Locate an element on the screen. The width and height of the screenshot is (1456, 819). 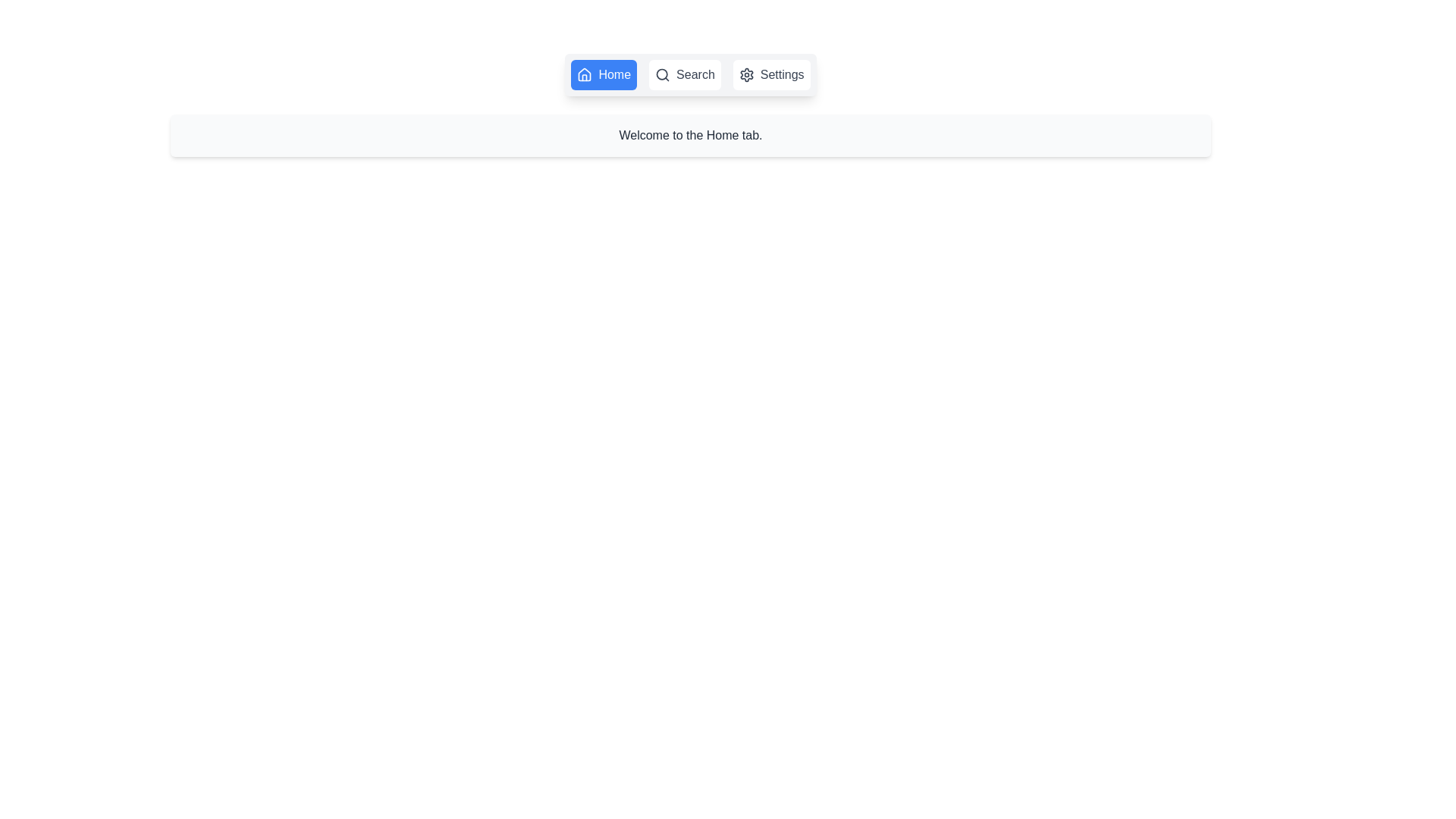
the search button is located at coordinates (684, 75).